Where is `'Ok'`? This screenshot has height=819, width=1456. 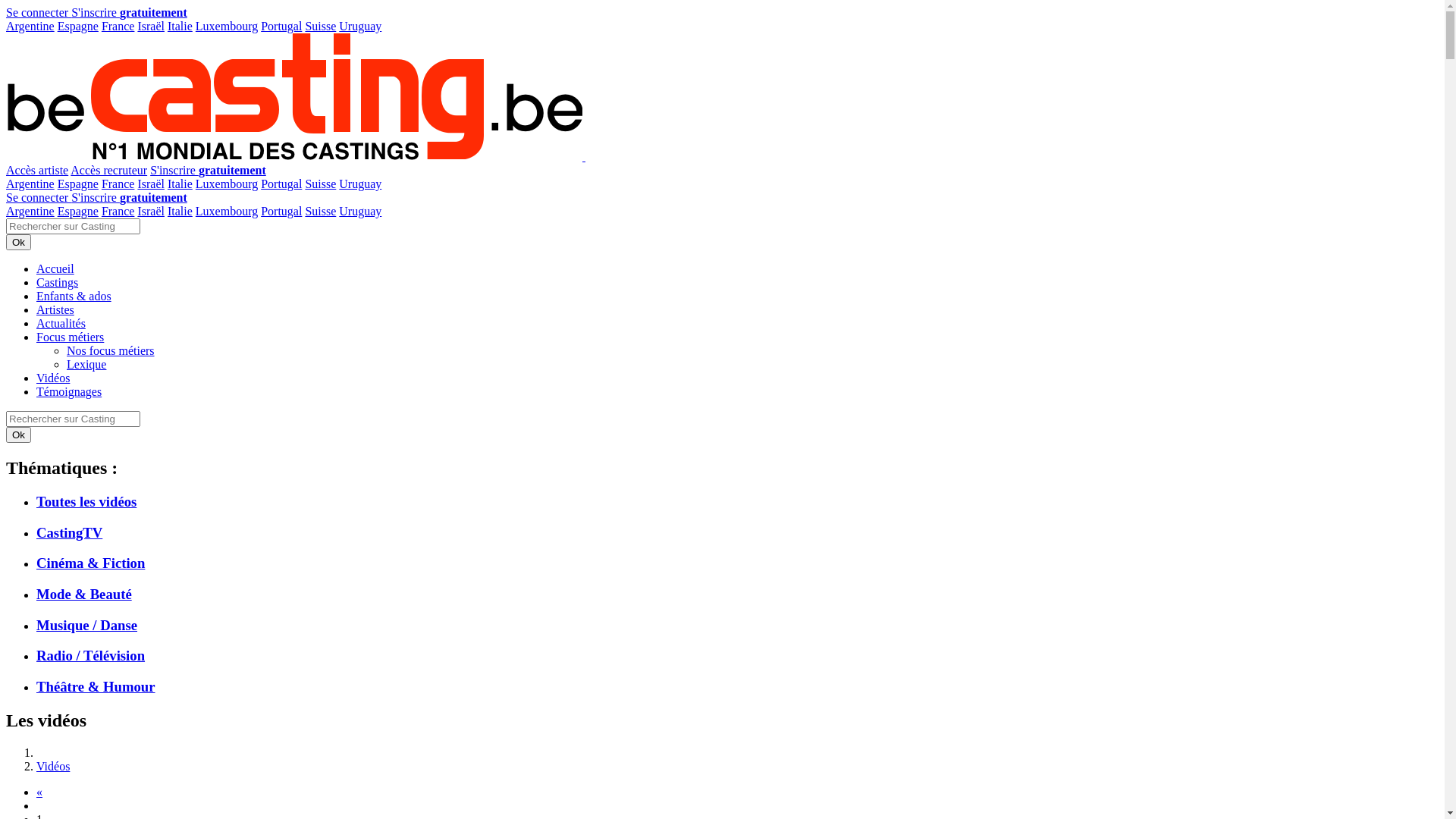 'Ok' is located at coordinates (18, 241).